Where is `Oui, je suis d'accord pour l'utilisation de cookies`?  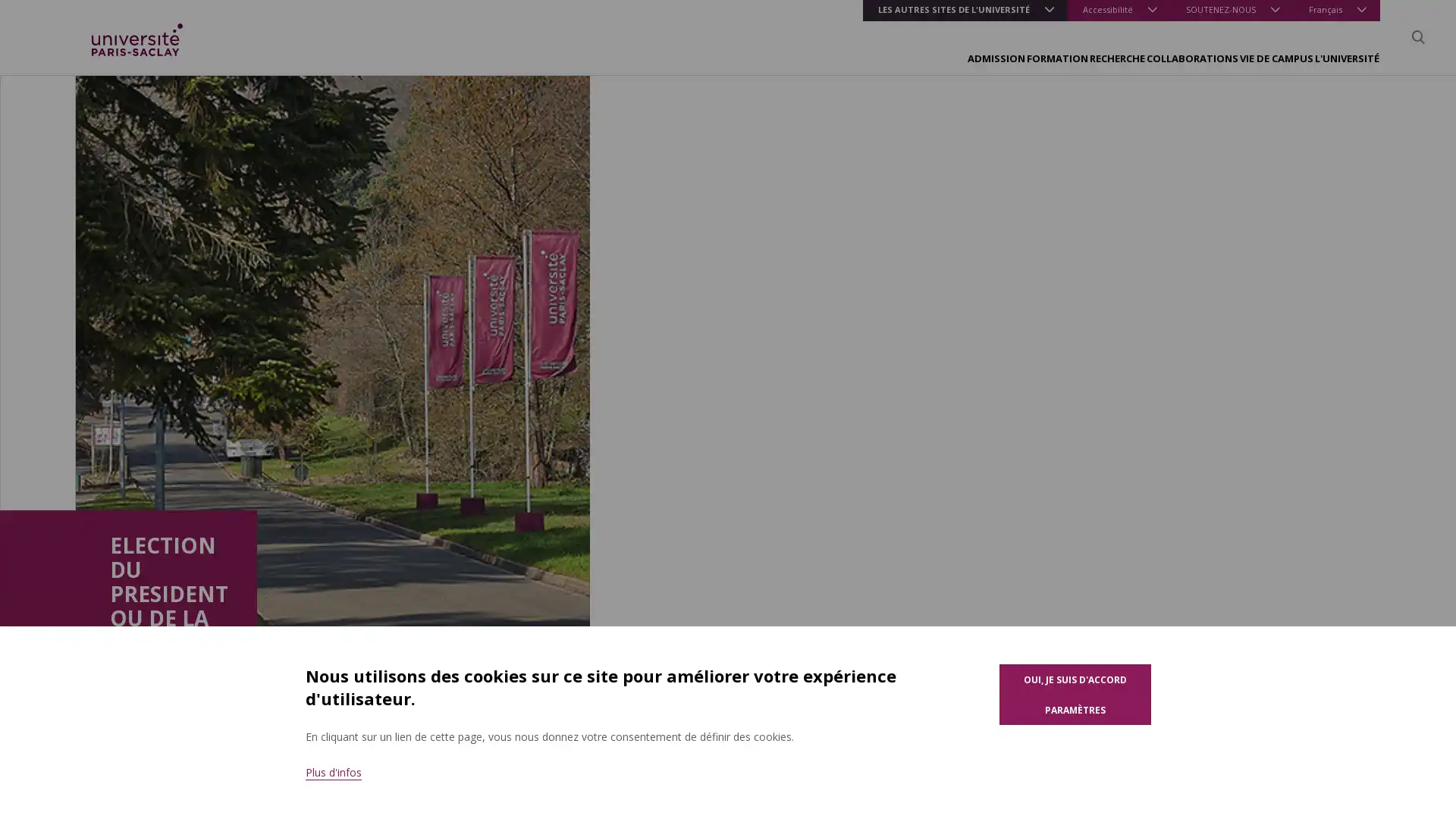
Oui, je suis d'accord pour l'utilisation de cookies is located at coordinates (1073, 678).